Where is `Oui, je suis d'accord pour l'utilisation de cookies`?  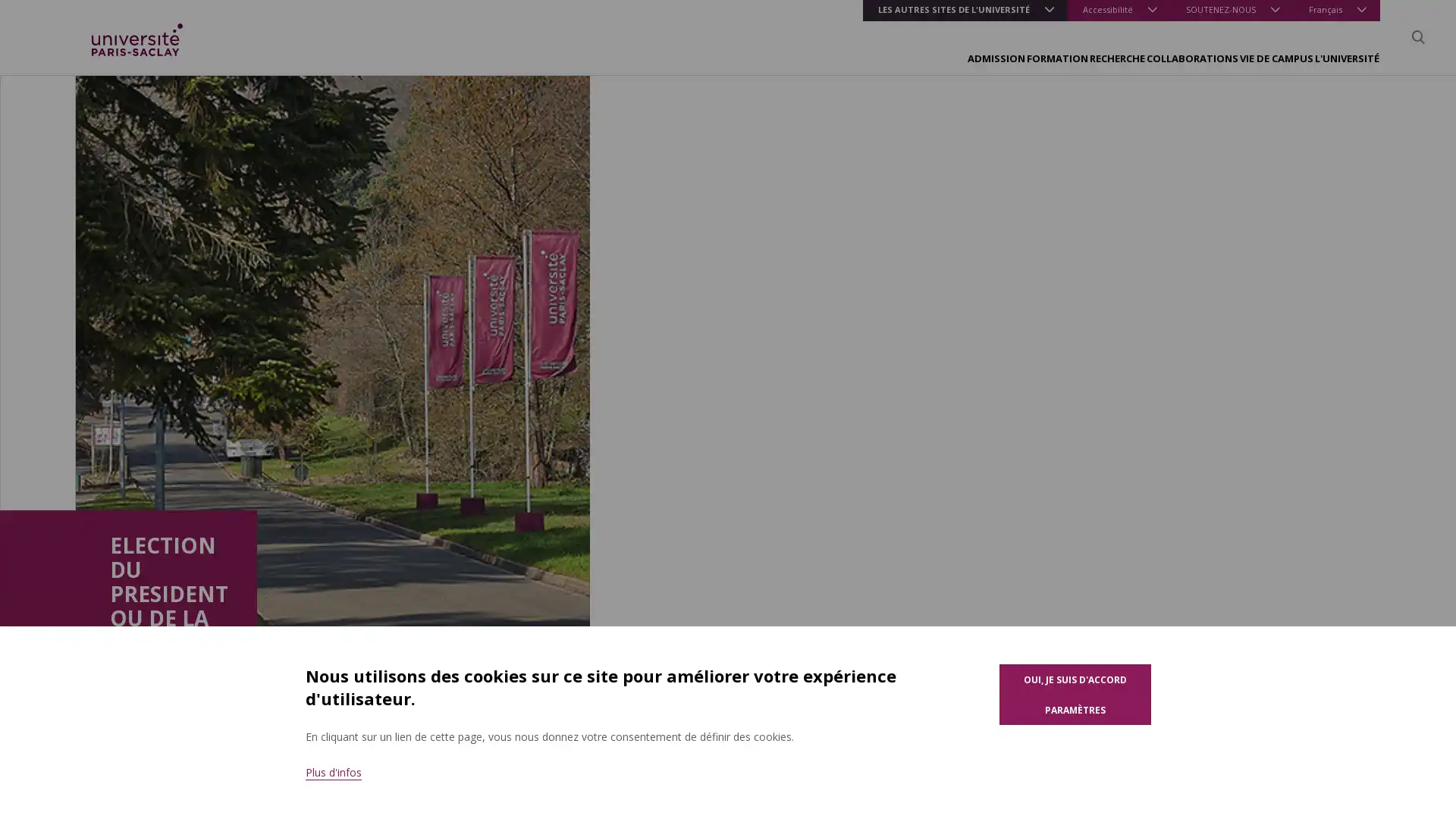
Oui, je suis d'accord pour l'utilisation de cookies is located at coordinates (1073, 678).